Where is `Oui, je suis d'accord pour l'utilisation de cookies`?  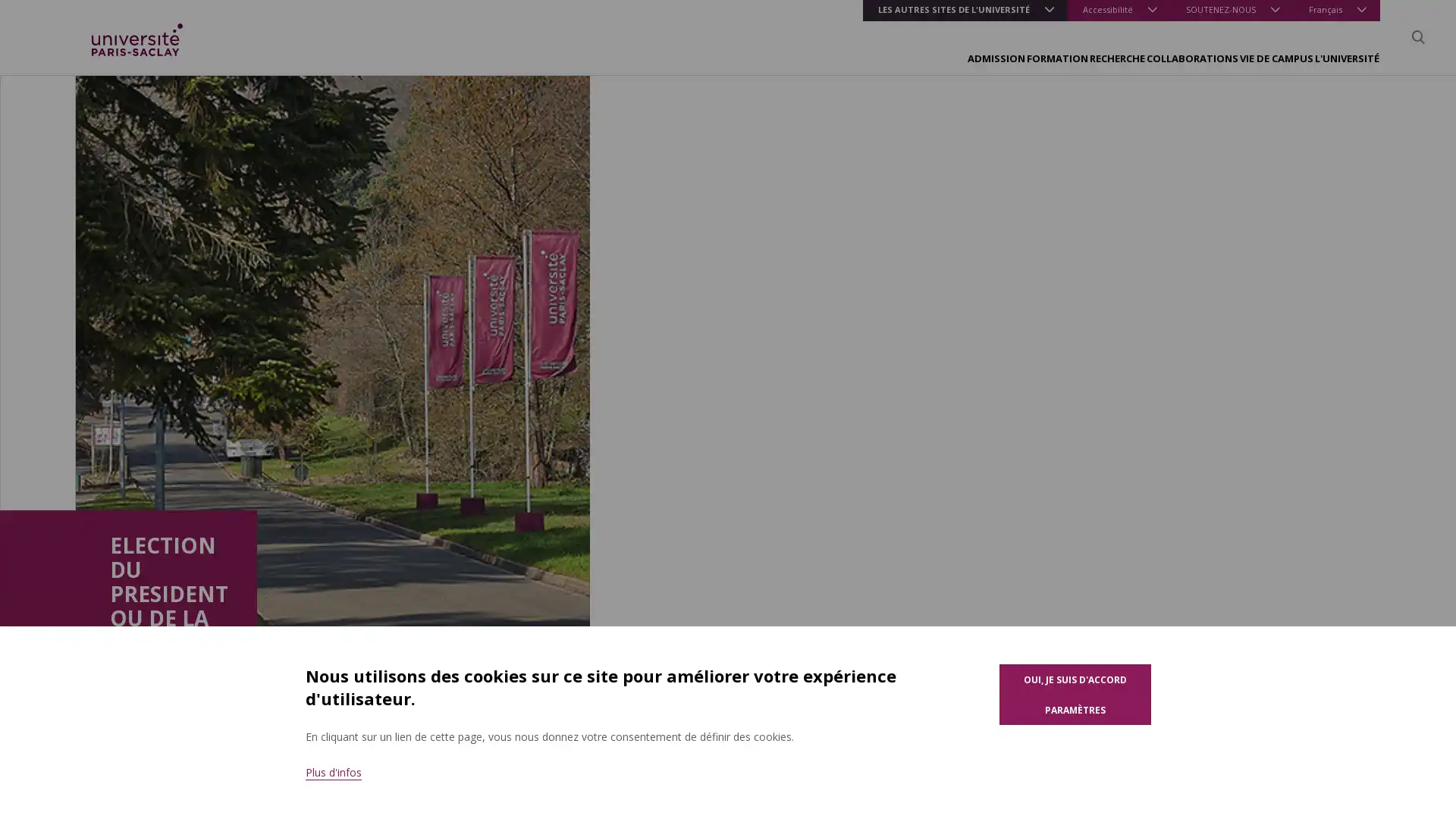
Oui, je suis d'accord pour l'utilisation de cookies is located at coordinates (1073, 678).